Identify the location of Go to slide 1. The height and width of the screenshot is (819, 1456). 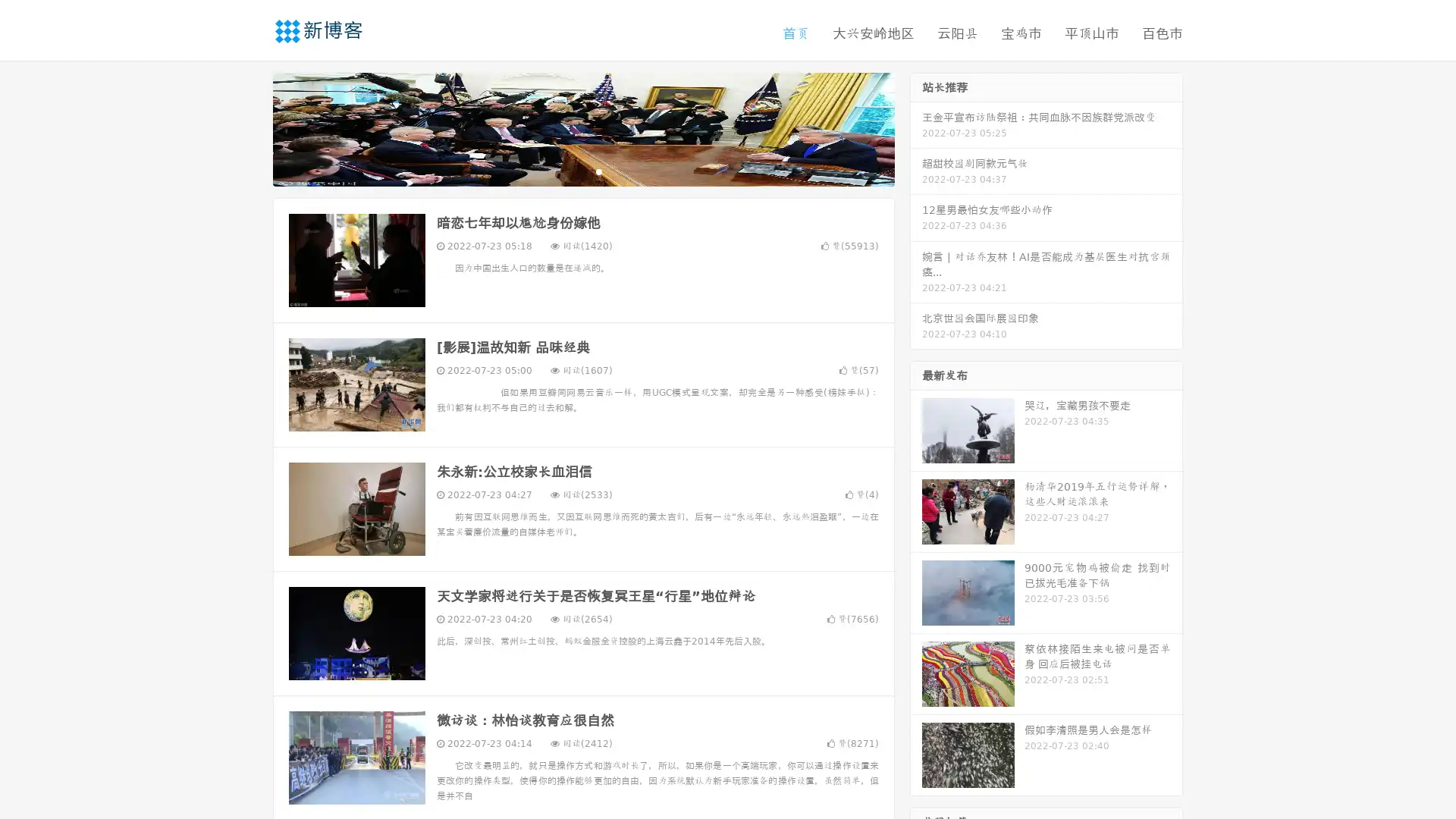
(567, 171).